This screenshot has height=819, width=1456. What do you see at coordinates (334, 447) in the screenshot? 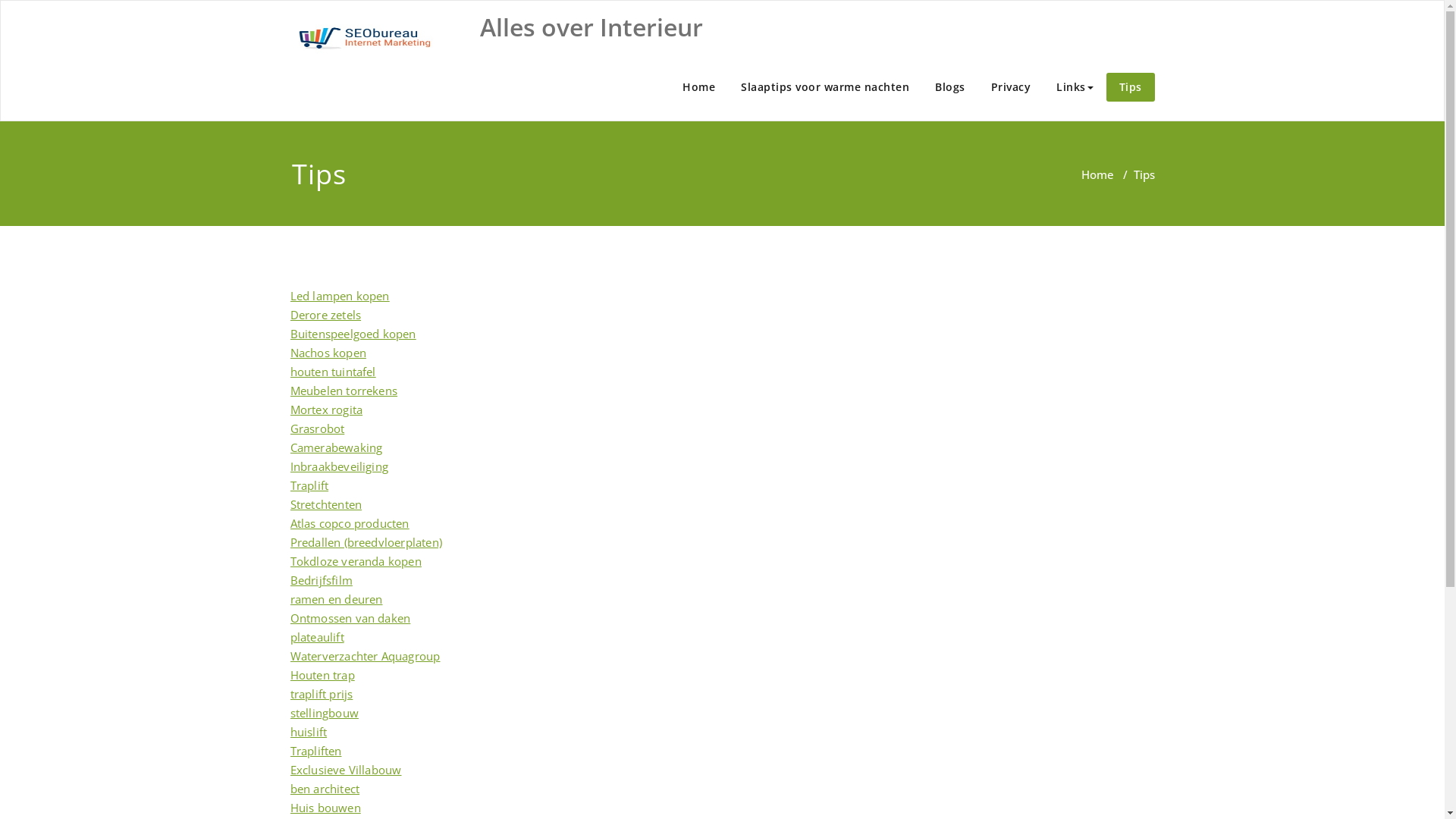
I see `'Camerabewaking'` at bounding box center [334, 447].